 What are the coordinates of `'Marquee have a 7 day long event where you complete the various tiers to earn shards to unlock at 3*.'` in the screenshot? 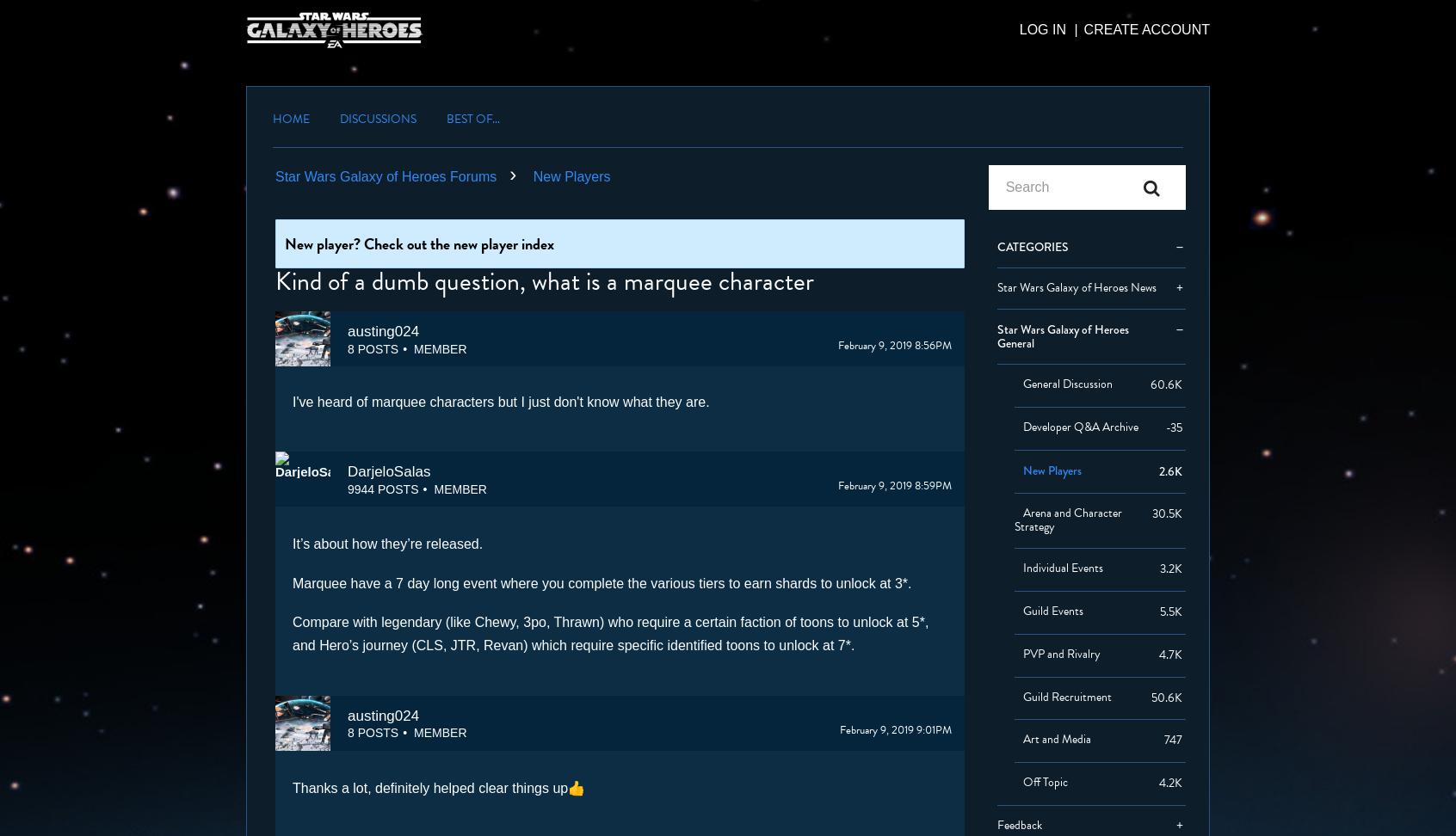 It's located at (602, 581).